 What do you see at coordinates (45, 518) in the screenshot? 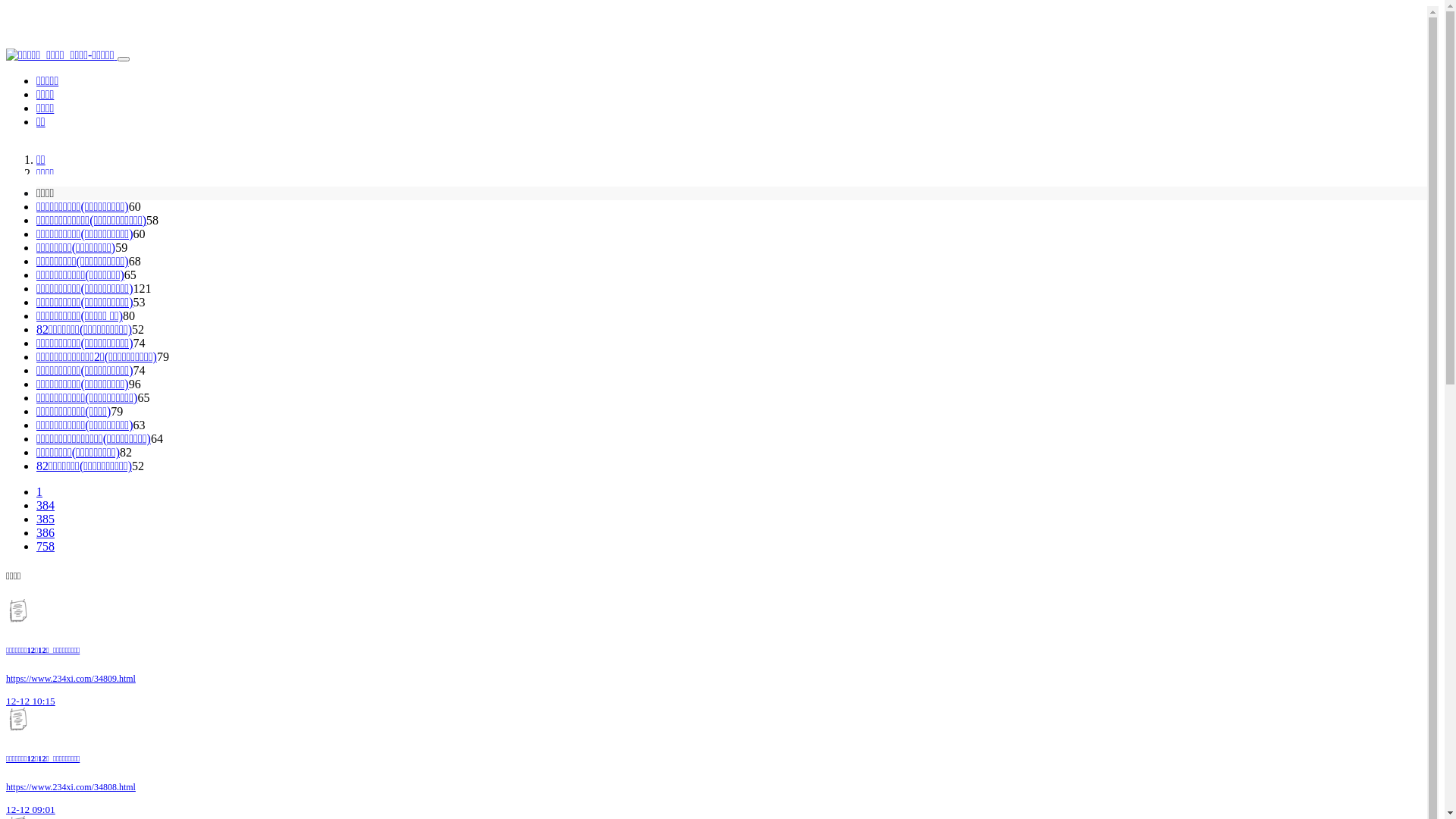
I see `'385'` at bounding box center [45, 518].